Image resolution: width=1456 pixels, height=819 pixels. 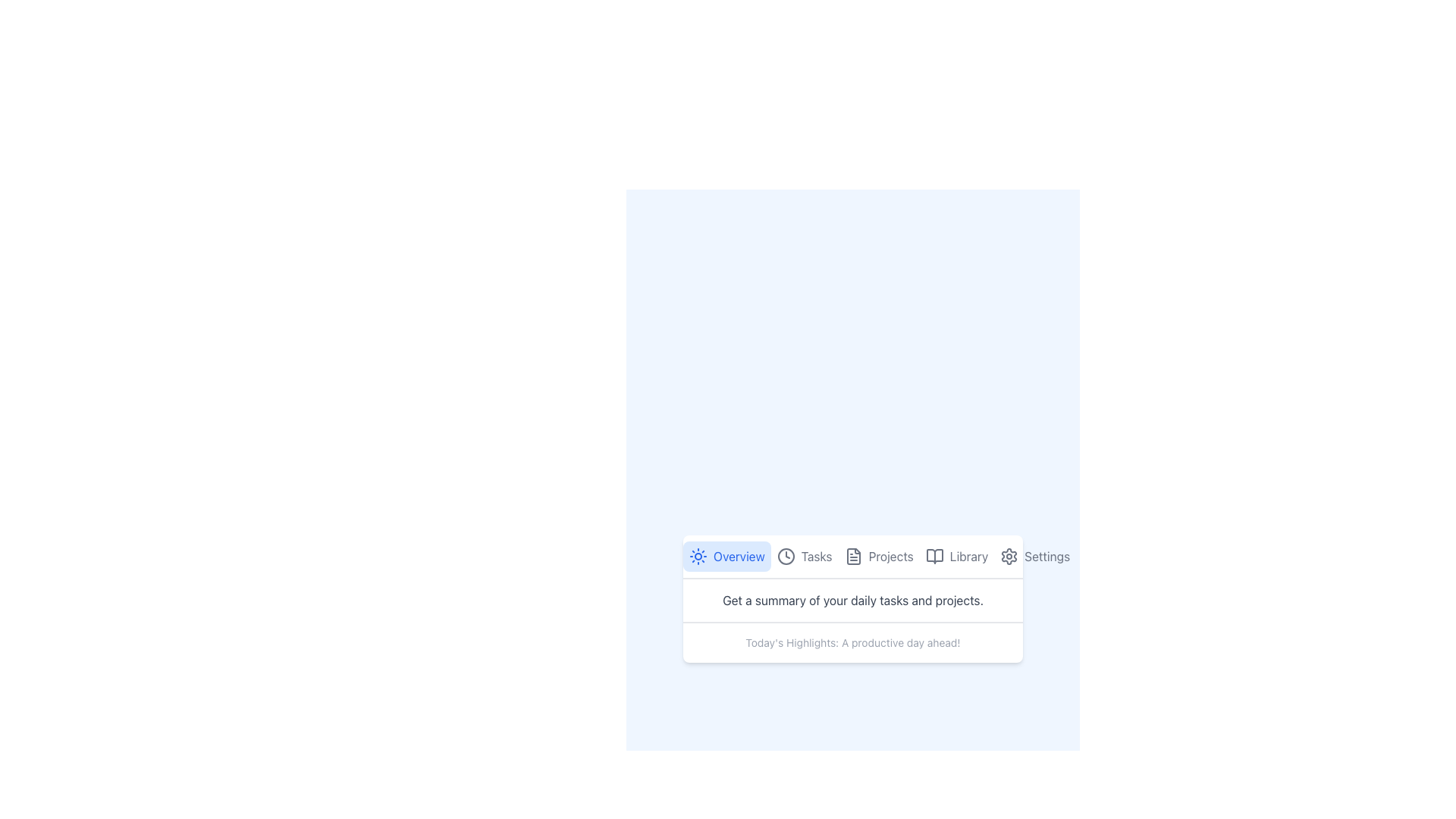 I want to click on the central navigation bar, so click(x=852, y=557).